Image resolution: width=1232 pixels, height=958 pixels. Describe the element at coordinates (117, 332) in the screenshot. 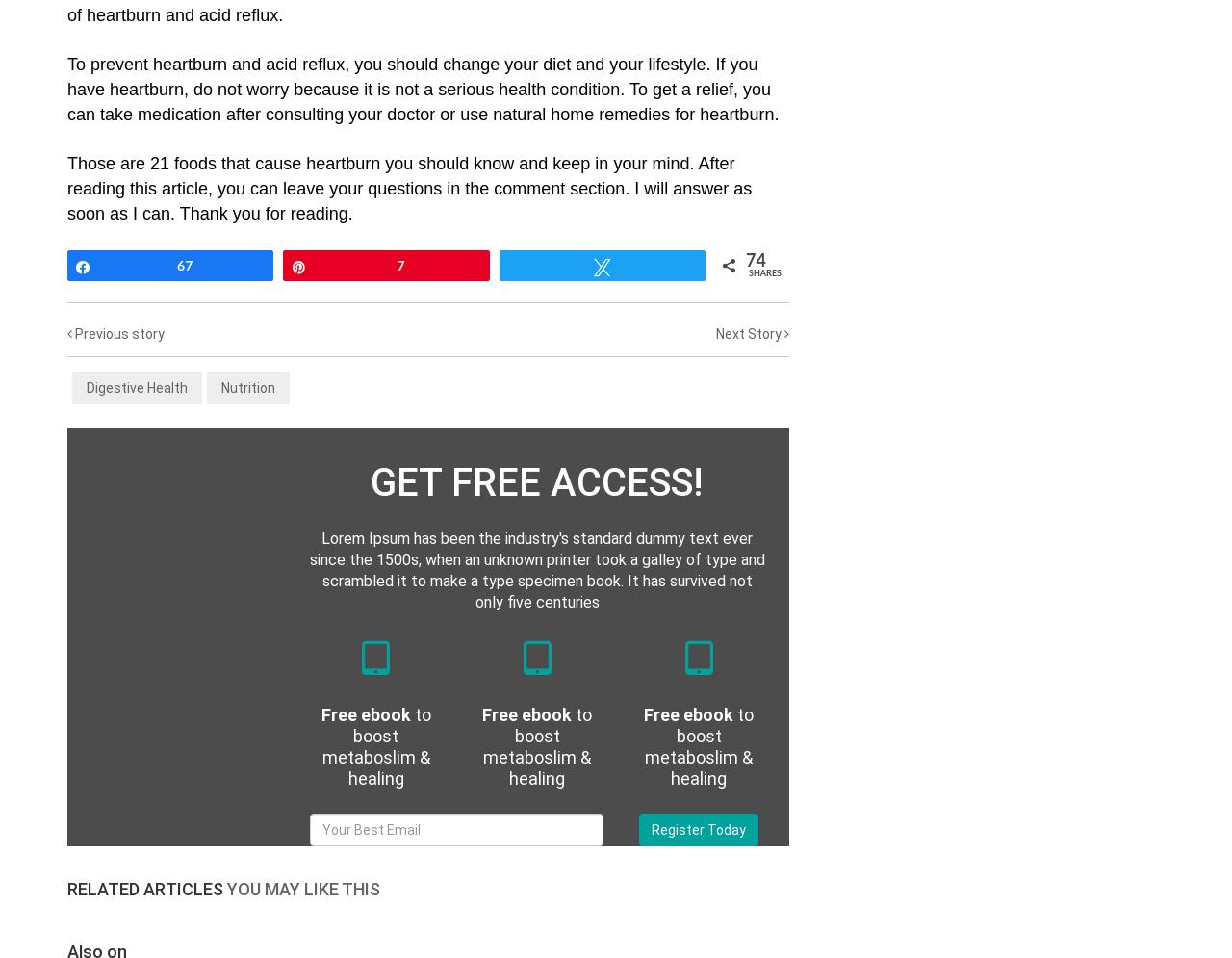

I see `'Previous story'` at that location.